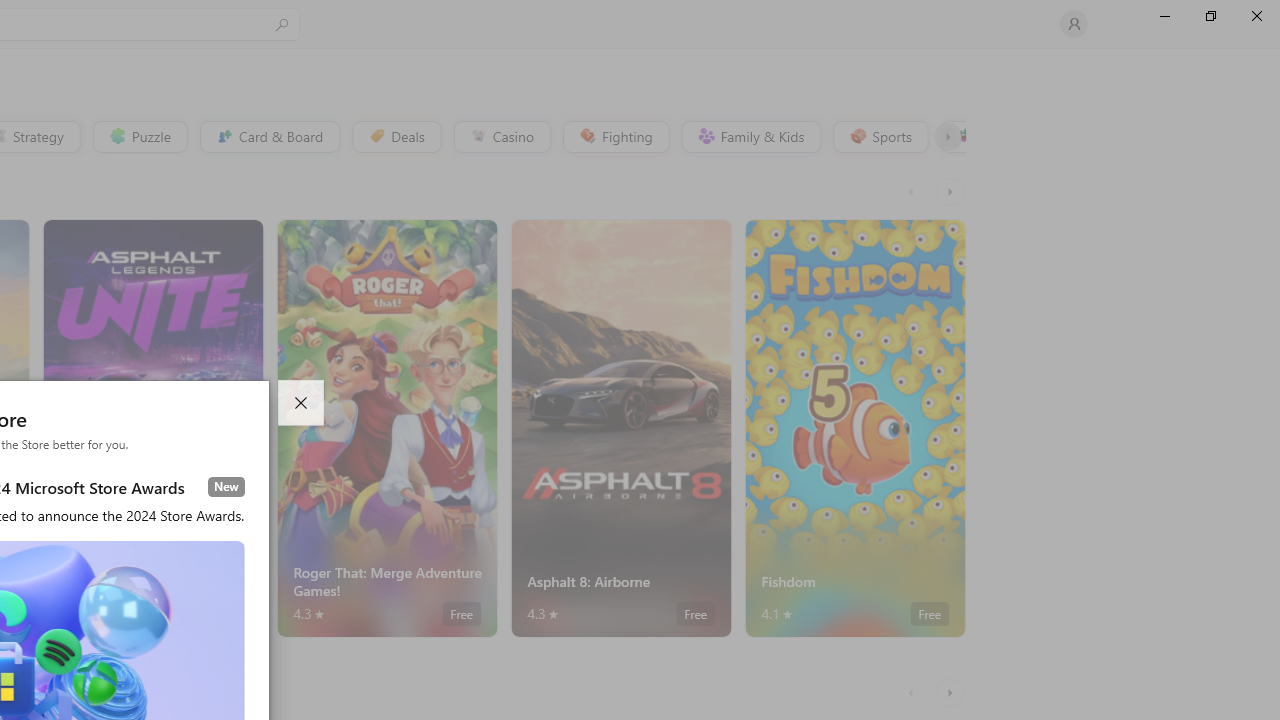 This screenshot has height=720, width=1280. What do you see at coordinates (138, 135) in the screenshot?
I see `'Puzzle'` at bounding box center [138, 135].